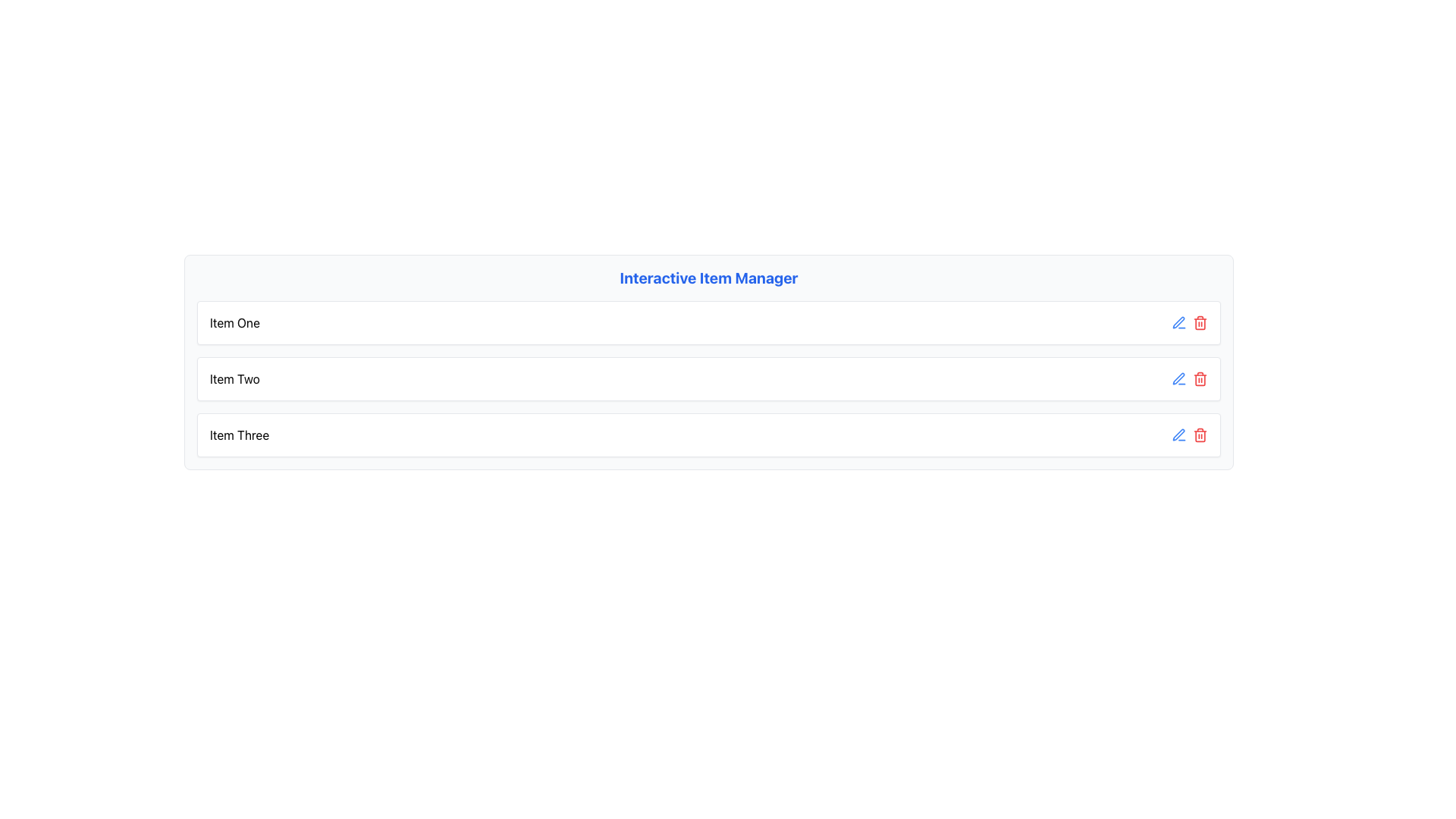 The image size is (1456, 819). Describe the element at coordinates (1200, 322) in the screenshot. I see `the delete button` at that location.